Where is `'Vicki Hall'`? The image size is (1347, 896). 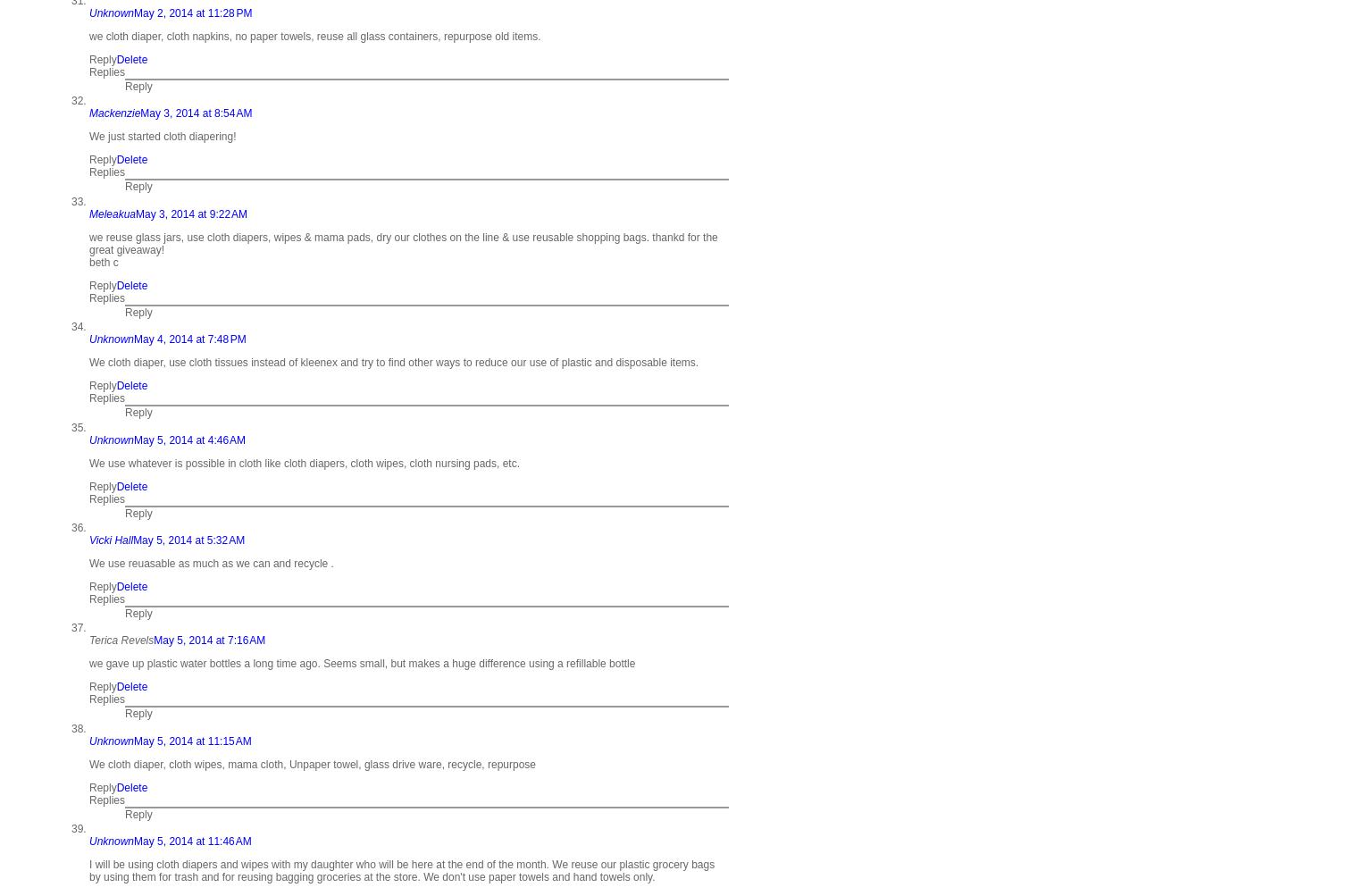
'Vicki Hall' is located at coordinates (88, 540).